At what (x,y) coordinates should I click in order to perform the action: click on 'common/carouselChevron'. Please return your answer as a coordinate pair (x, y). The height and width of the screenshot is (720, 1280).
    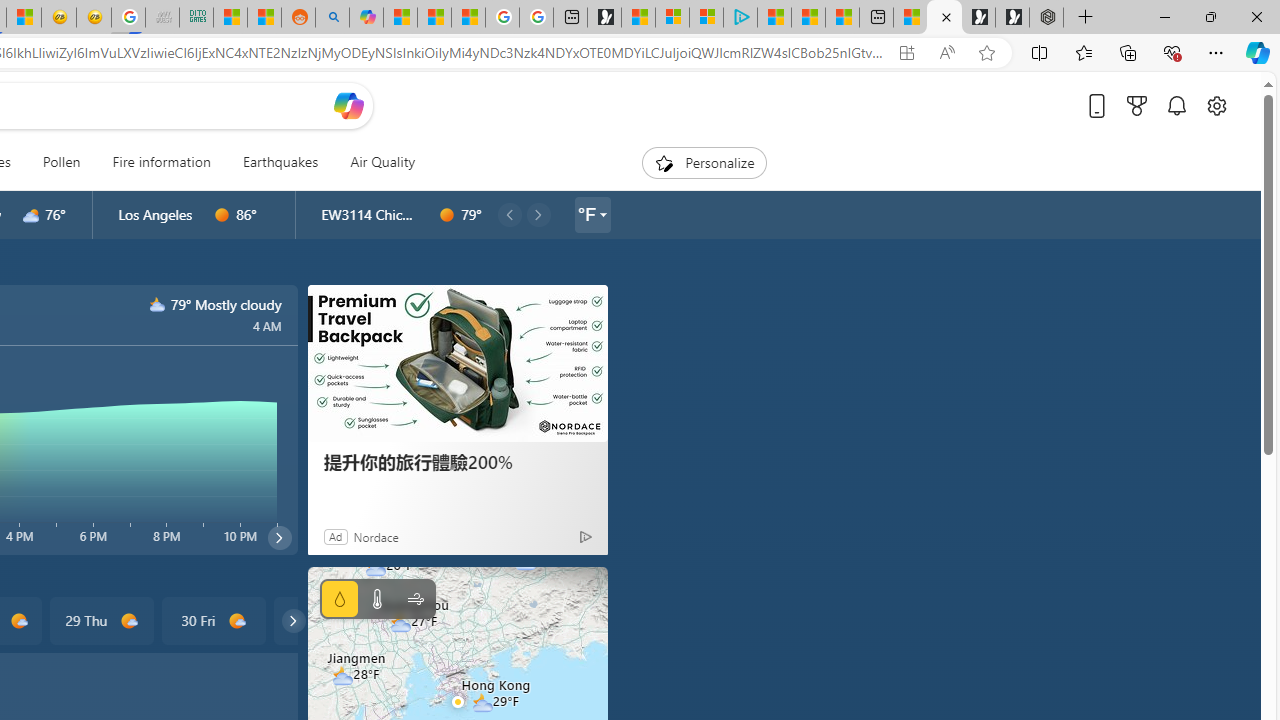
    Looking at the image, I should click on (292, 620).